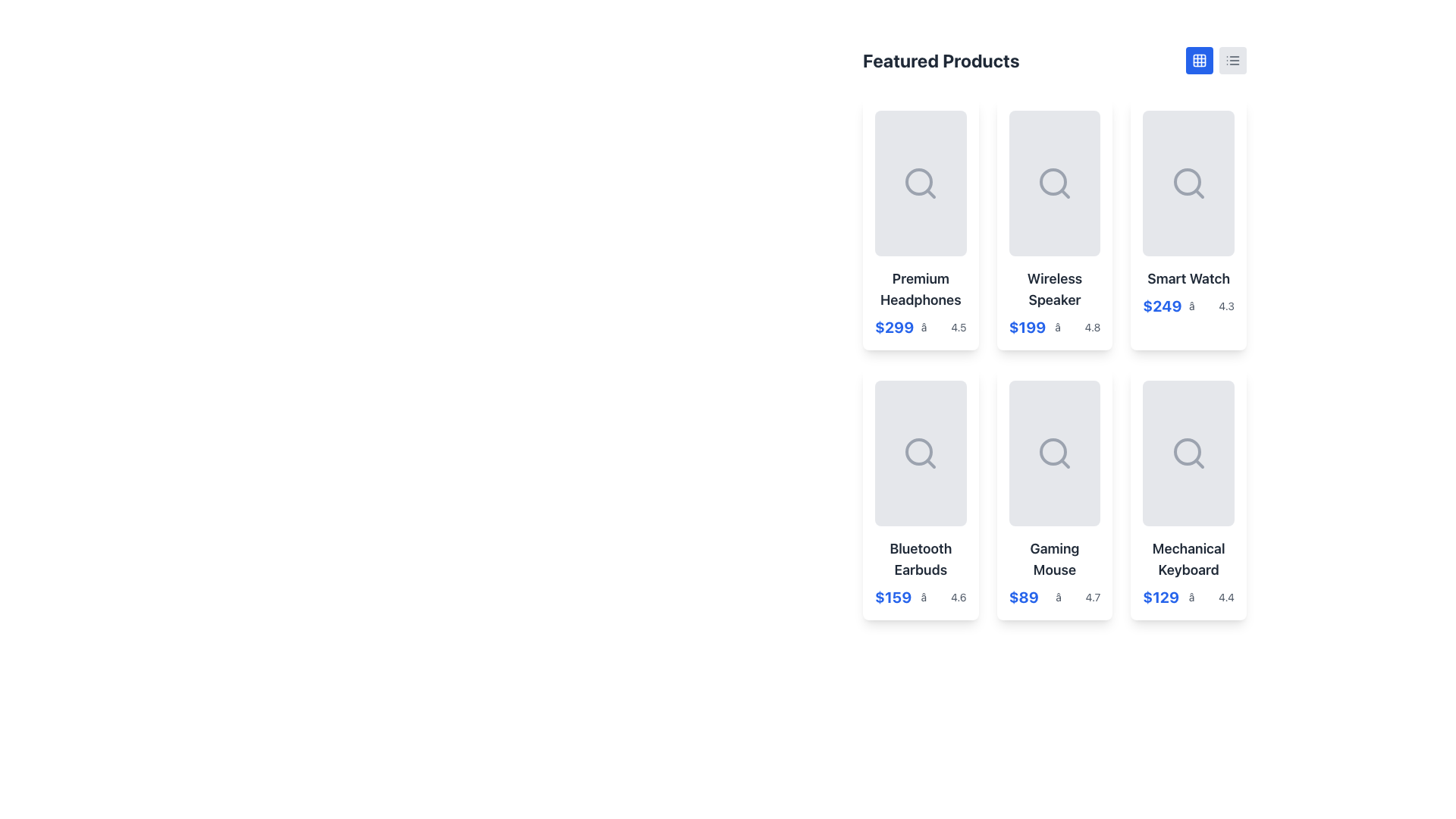  I want to click on the Placeholder with icon located in the Smart Watch card in the top-right section of the layout, so click(1188, 183).